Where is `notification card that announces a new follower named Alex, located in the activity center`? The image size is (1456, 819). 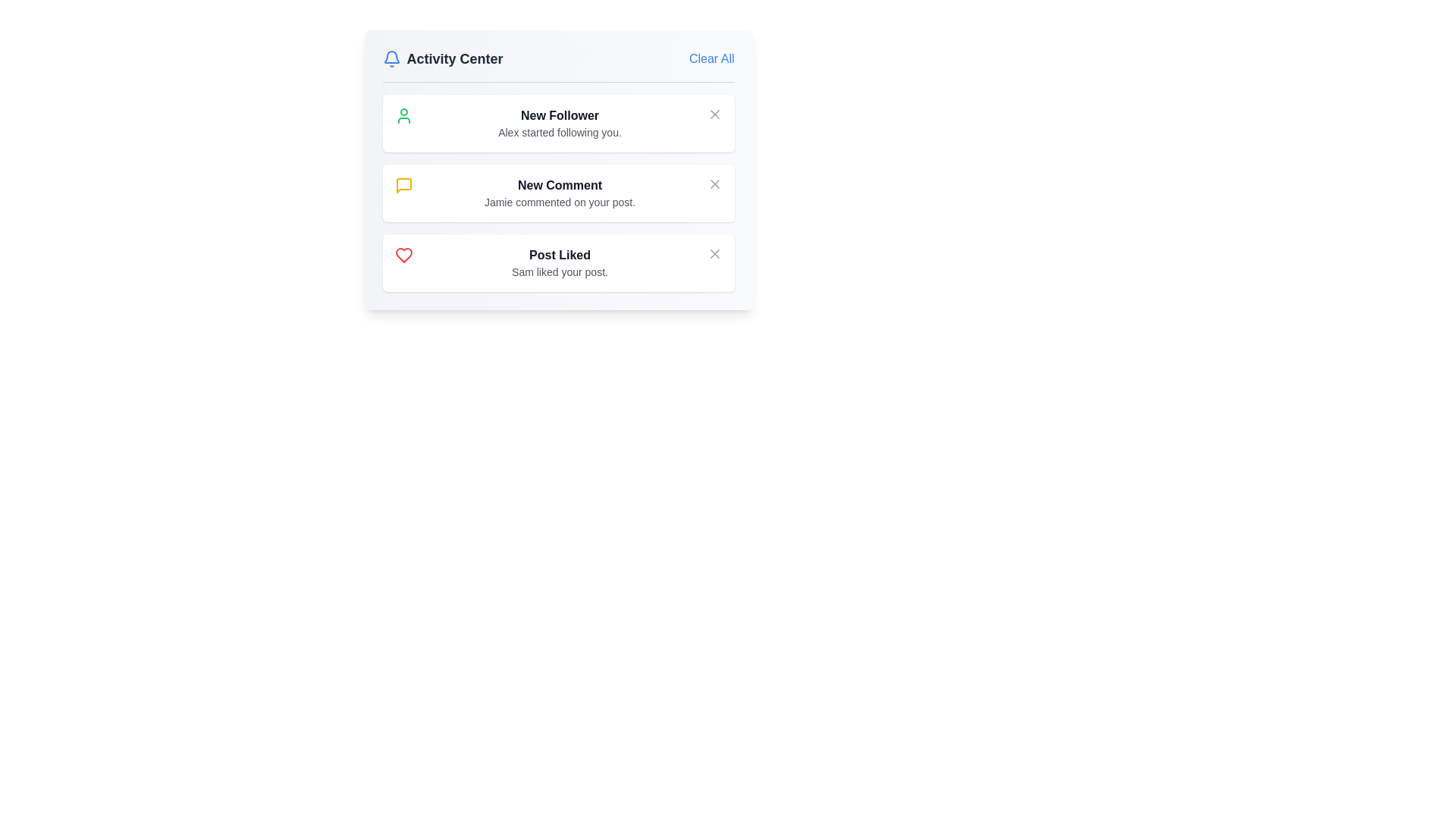 notification card that announces a new follower named Alex, located in the activity center is located at coordinates (557, 122).